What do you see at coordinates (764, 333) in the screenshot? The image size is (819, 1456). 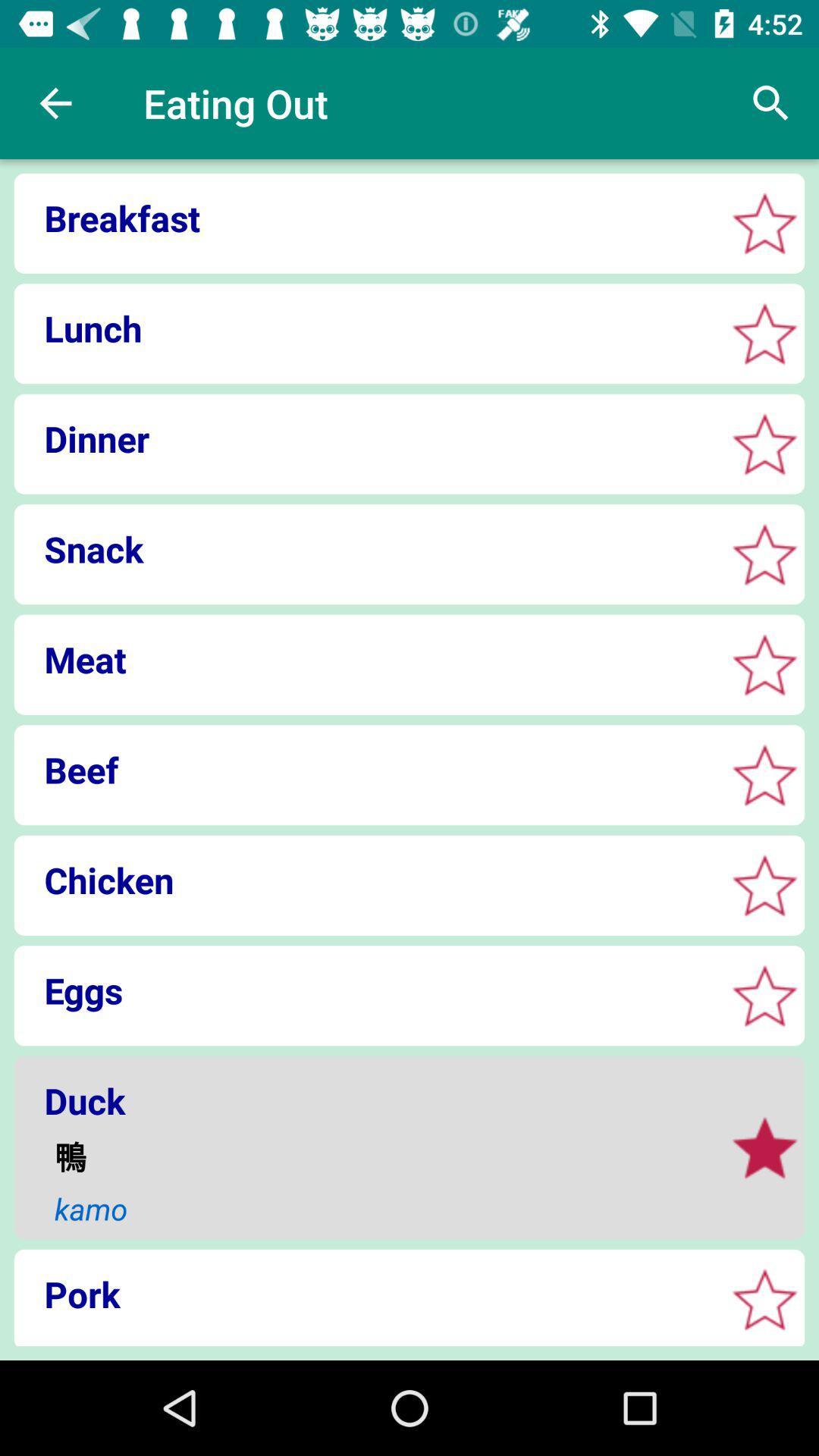 I see `option to highlight the star` at bounding box center [764, 333].